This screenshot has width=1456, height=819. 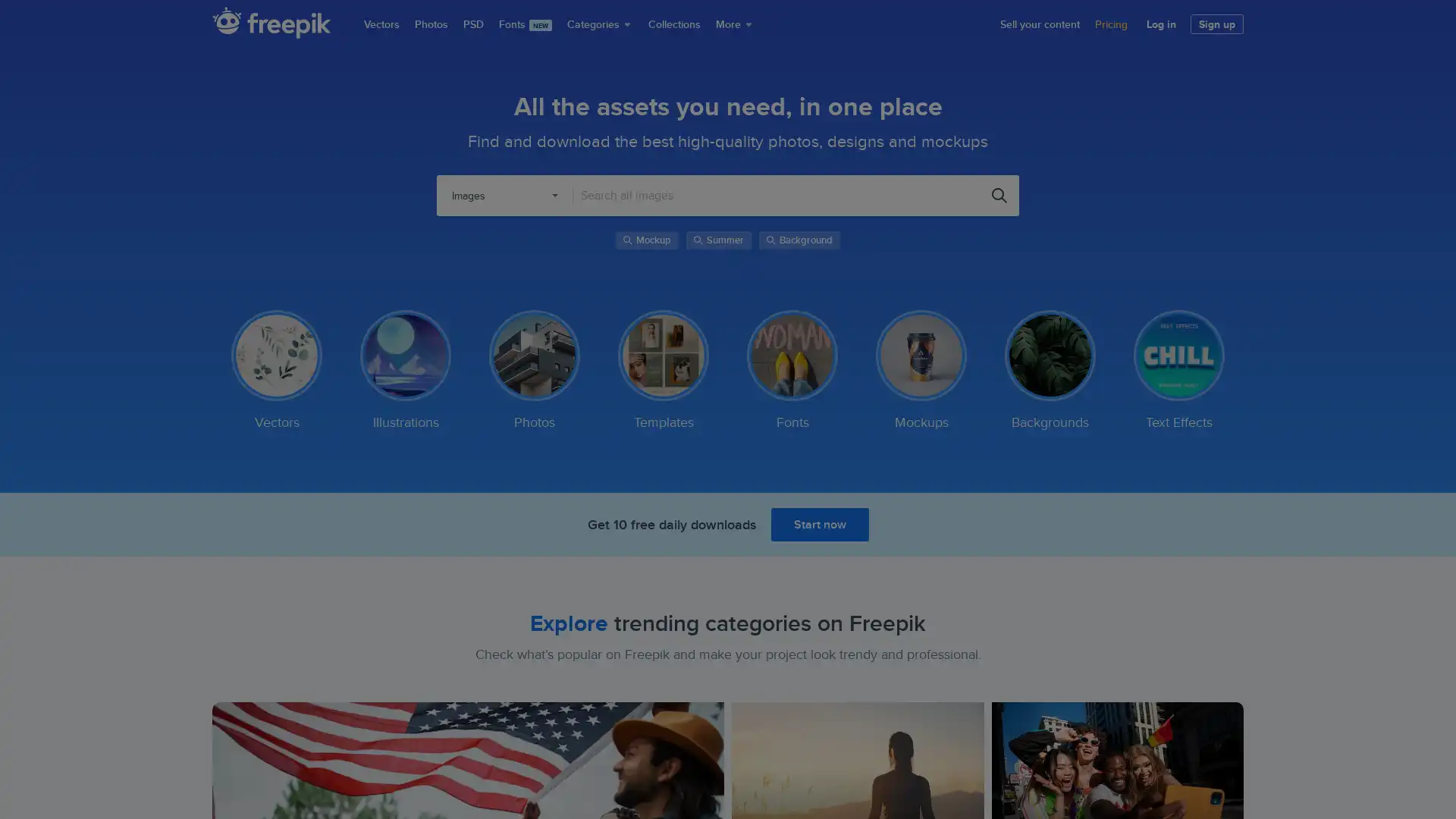 I want to click on Do Not Sell My Personal Information, so click(x=1061, y=786).